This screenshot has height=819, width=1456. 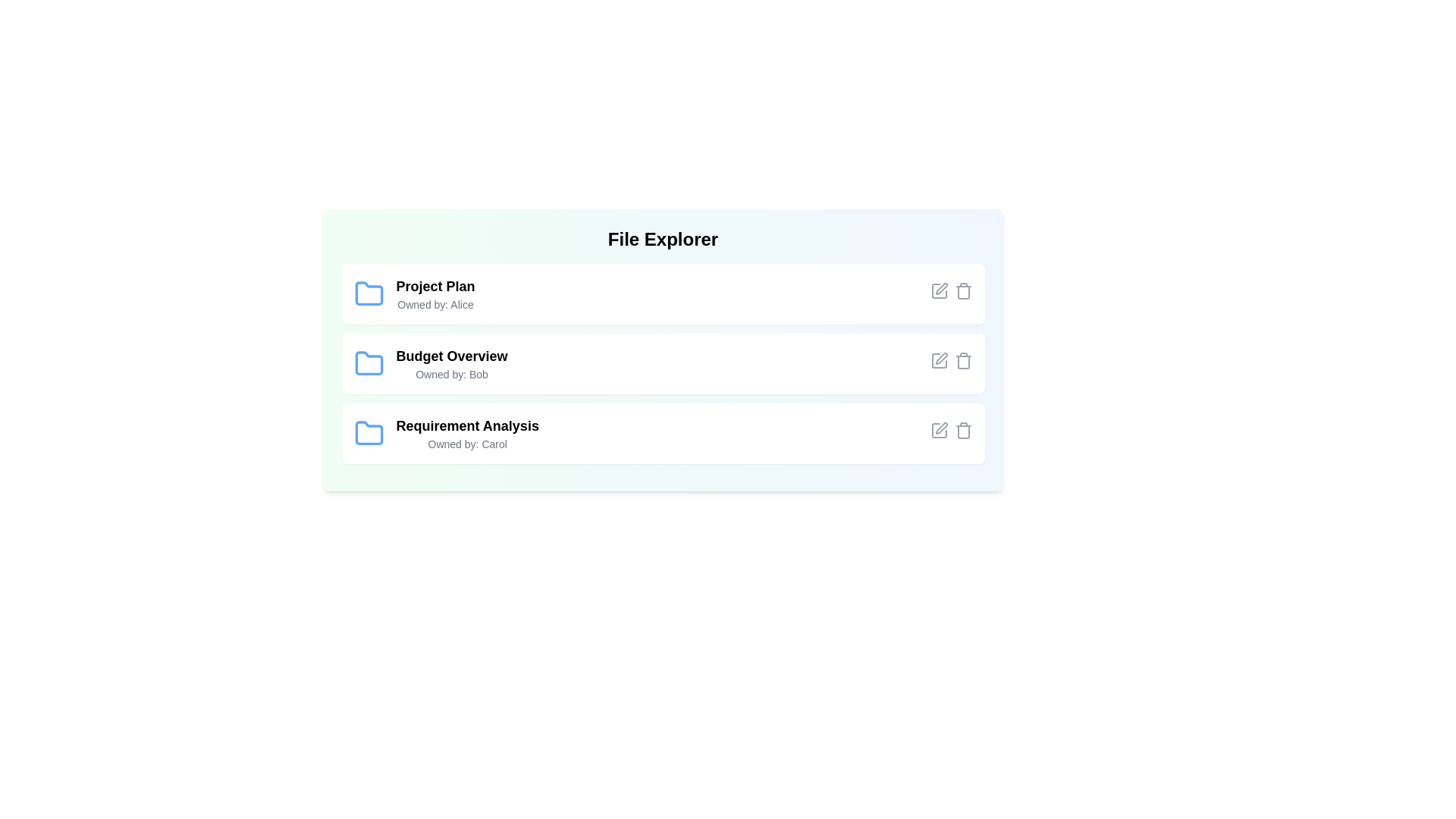 I want to click on delete button for the file named Project Plan, so click(x=962, y=291).